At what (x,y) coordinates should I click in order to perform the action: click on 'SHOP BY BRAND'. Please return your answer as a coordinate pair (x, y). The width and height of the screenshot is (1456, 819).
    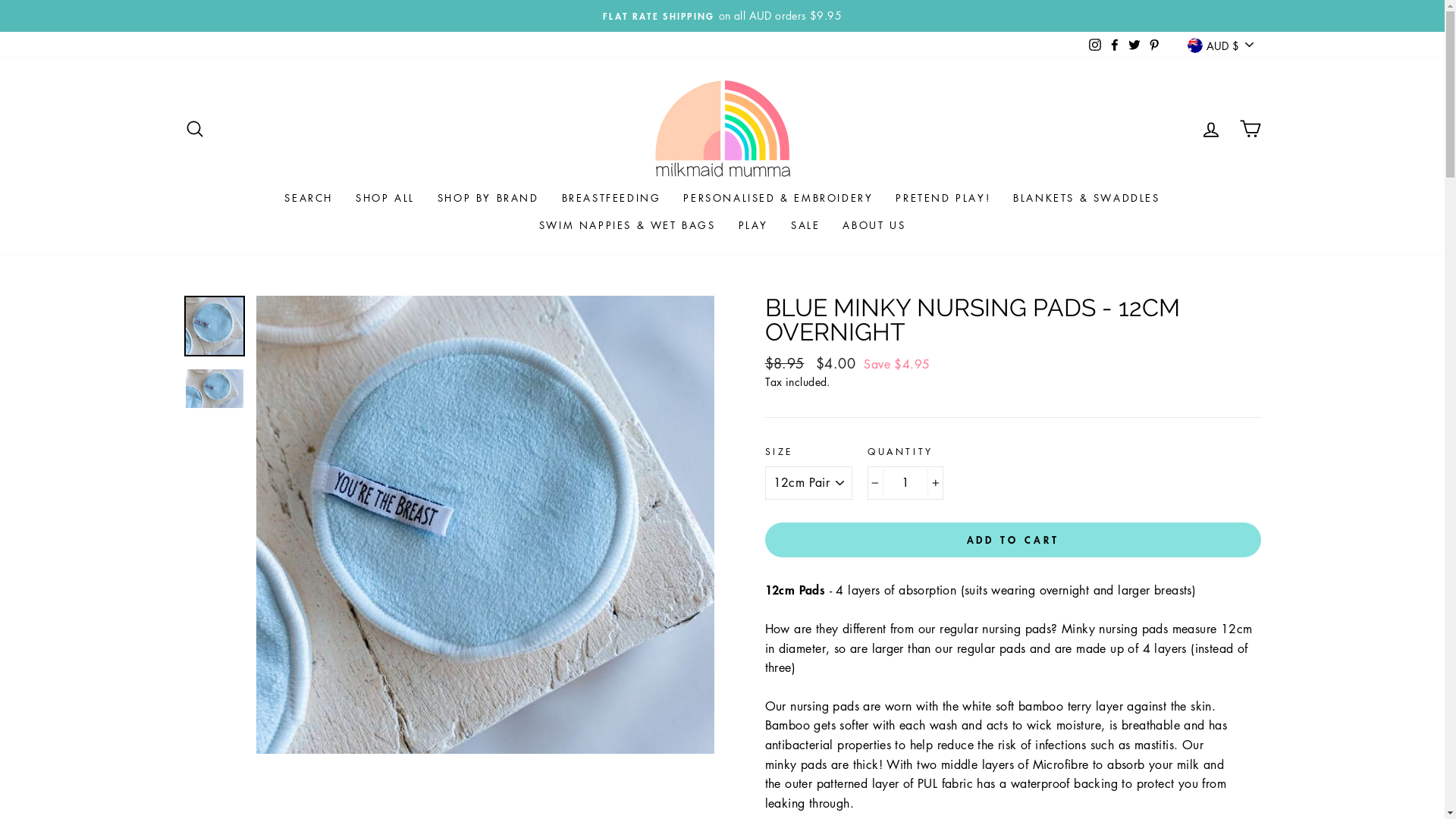
    Looking at the image, I should click on (488, 197).